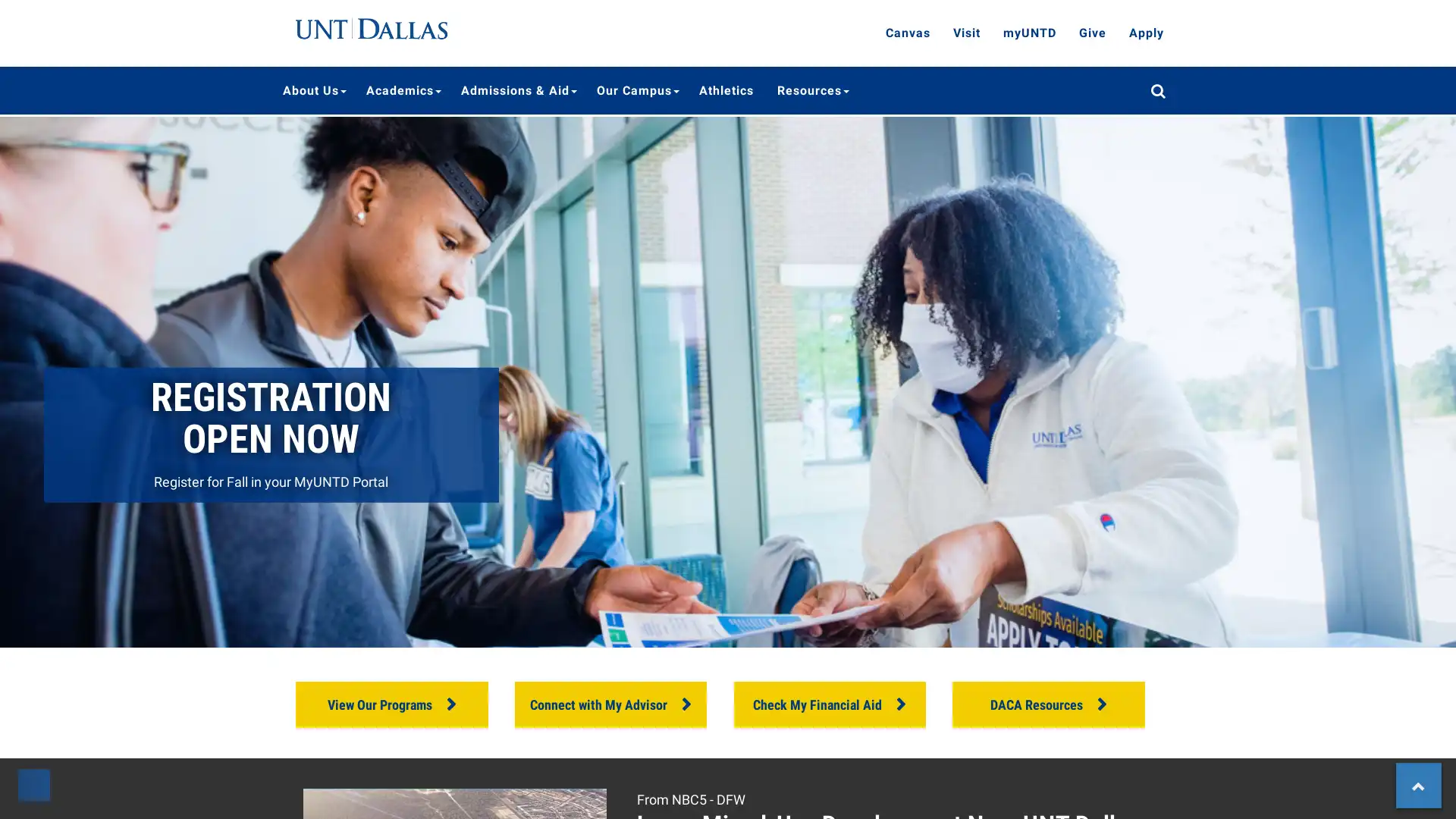  Describe the element at coordinates (1417, 785) in the screenshot. I see `BACK TO TOP` at that location.